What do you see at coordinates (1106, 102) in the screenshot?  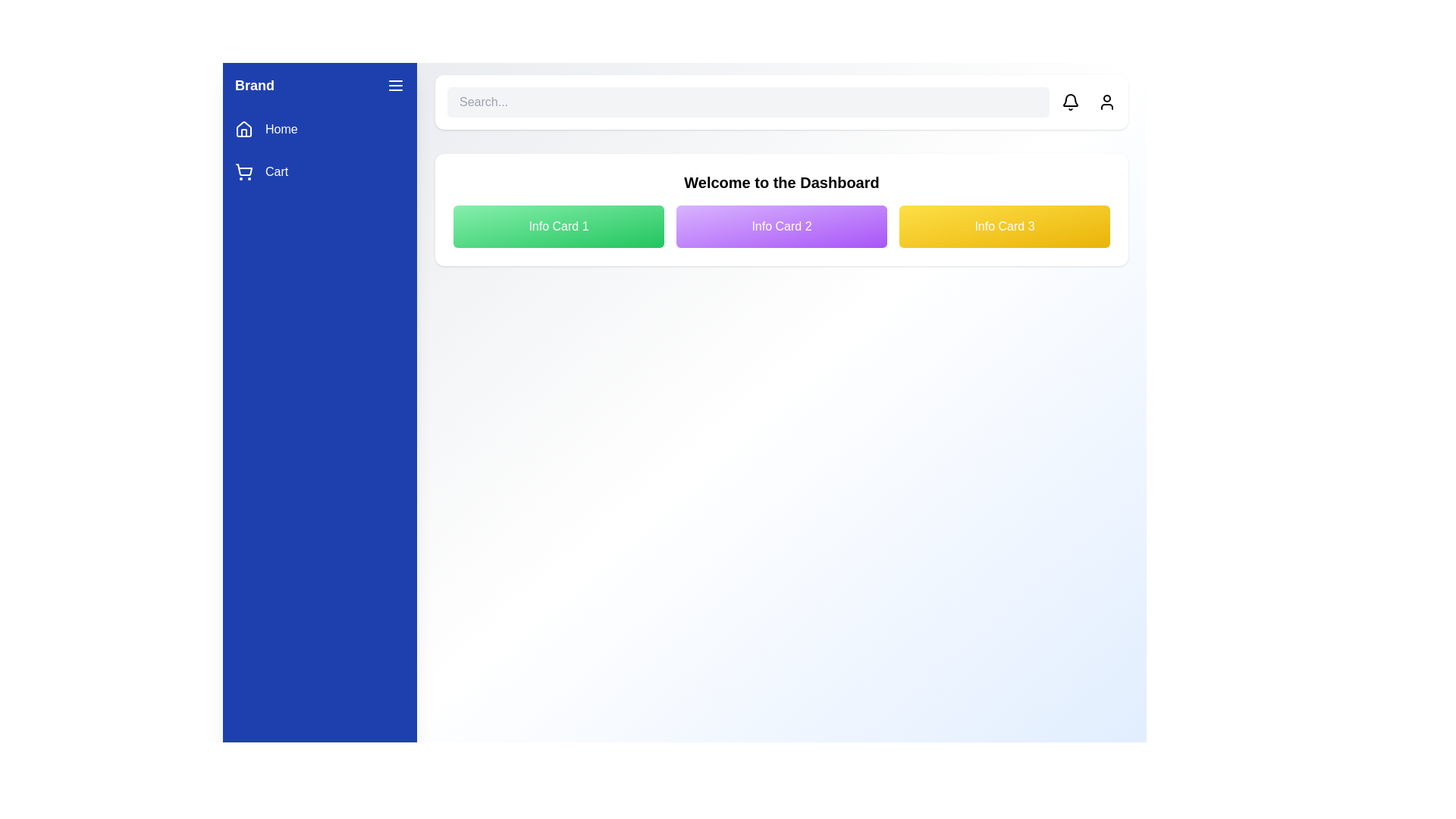 I see `the user icon to access profile options` at bounding box center [1106, 102].